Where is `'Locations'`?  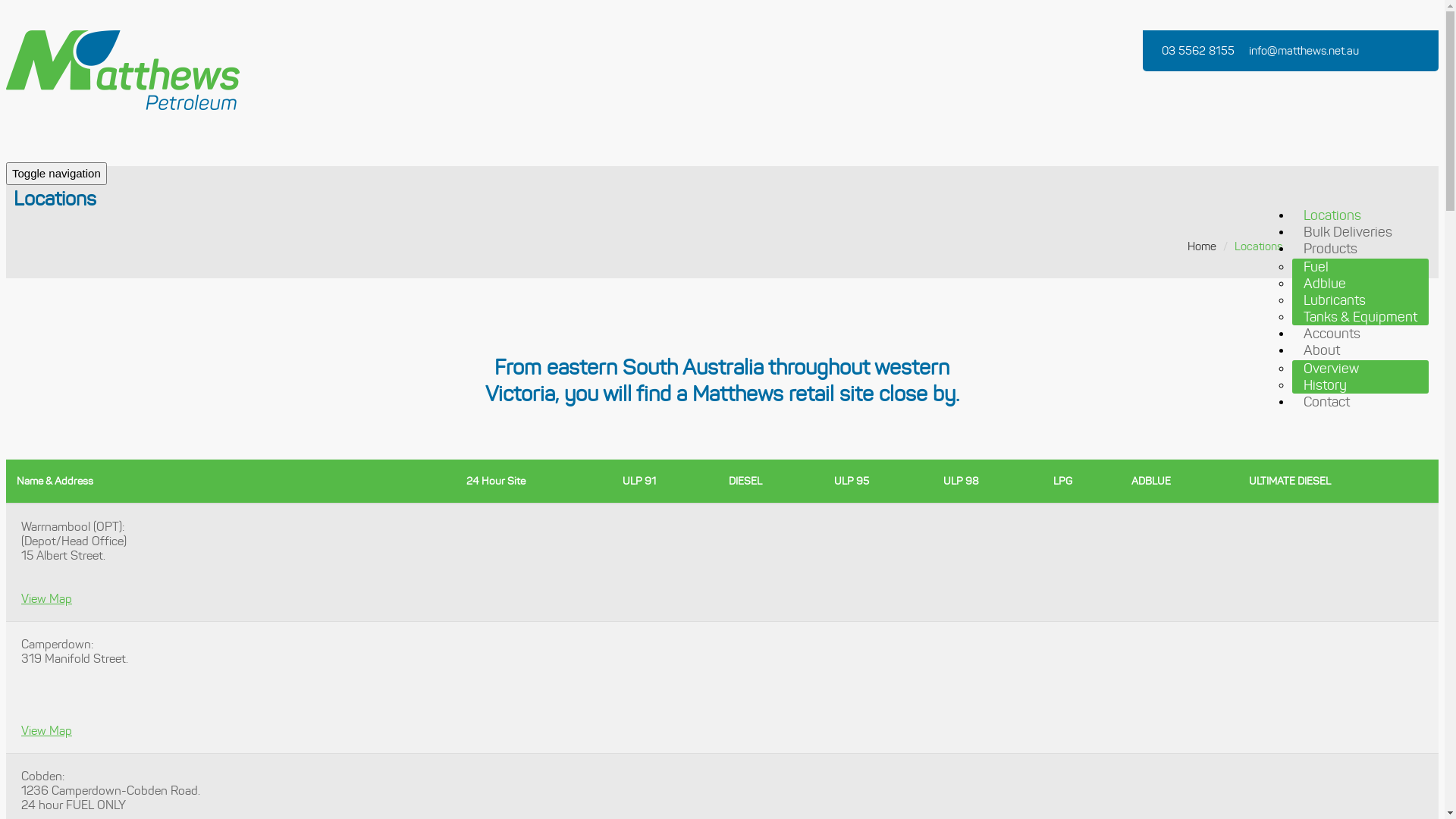
'Locations' is located at coordinates (1258, 245).